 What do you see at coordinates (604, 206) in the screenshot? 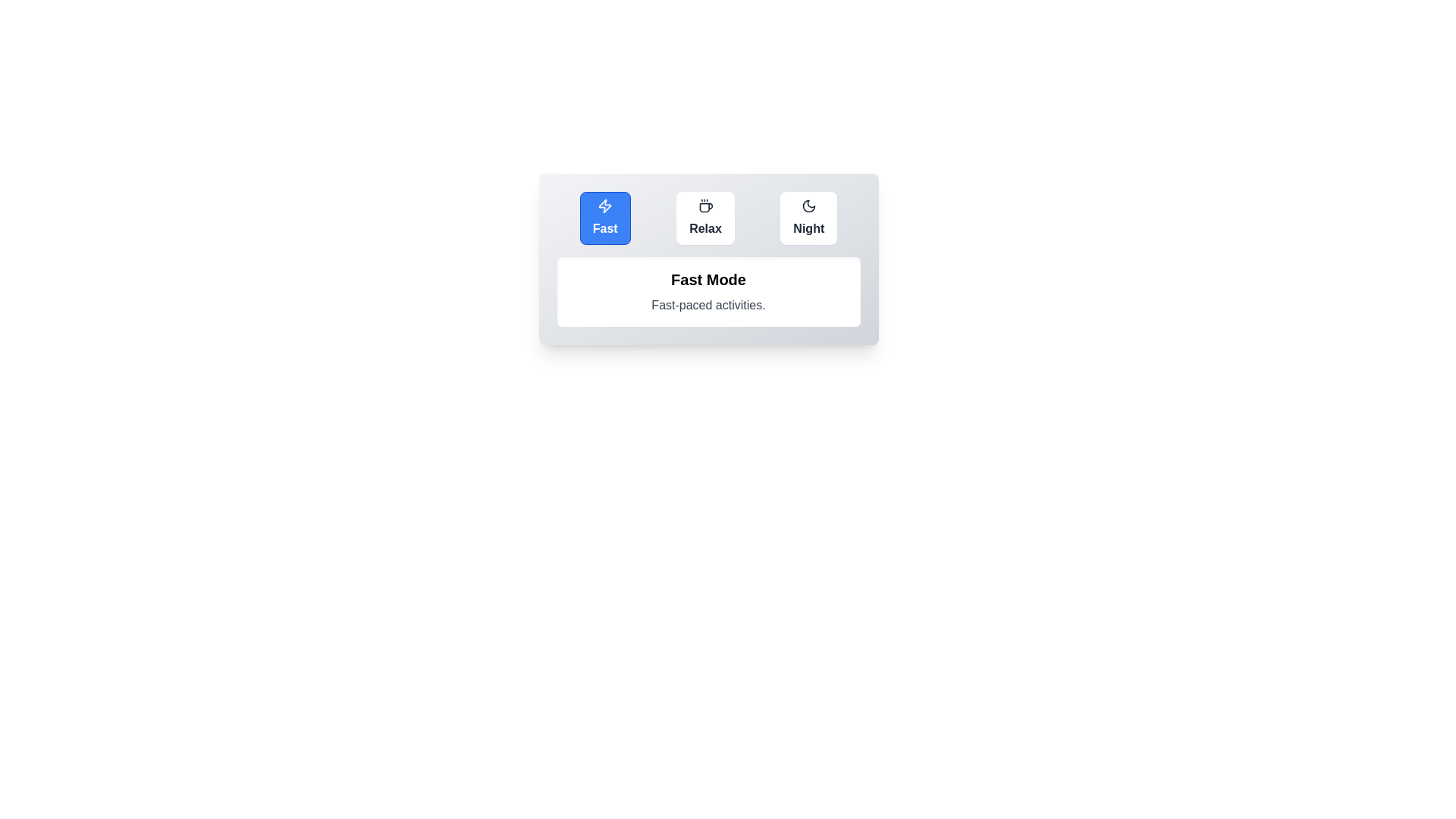
I see `the lightning bolt icon within the blue square background` at bounding box center [604, 206].